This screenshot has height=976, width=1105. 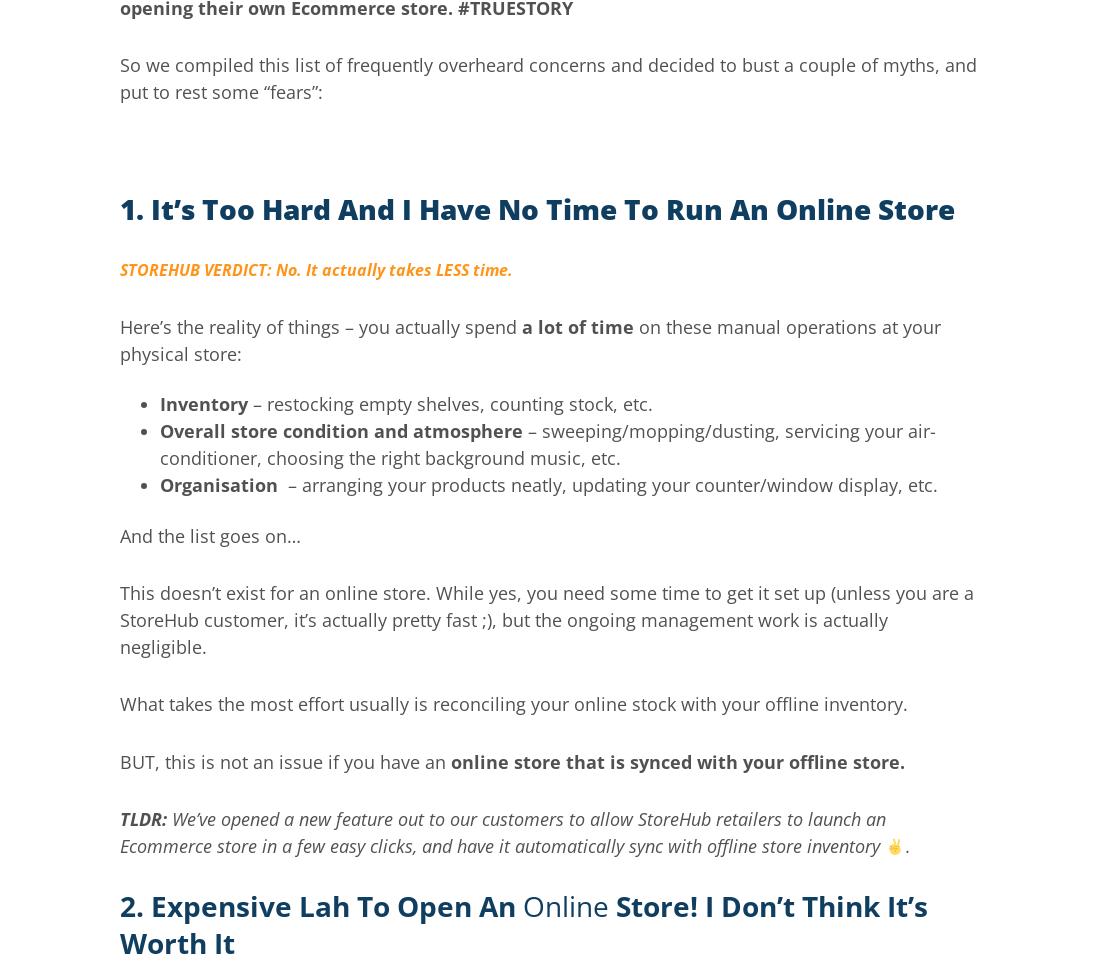 I want to click on 'Online', so click(x=565, y=905).